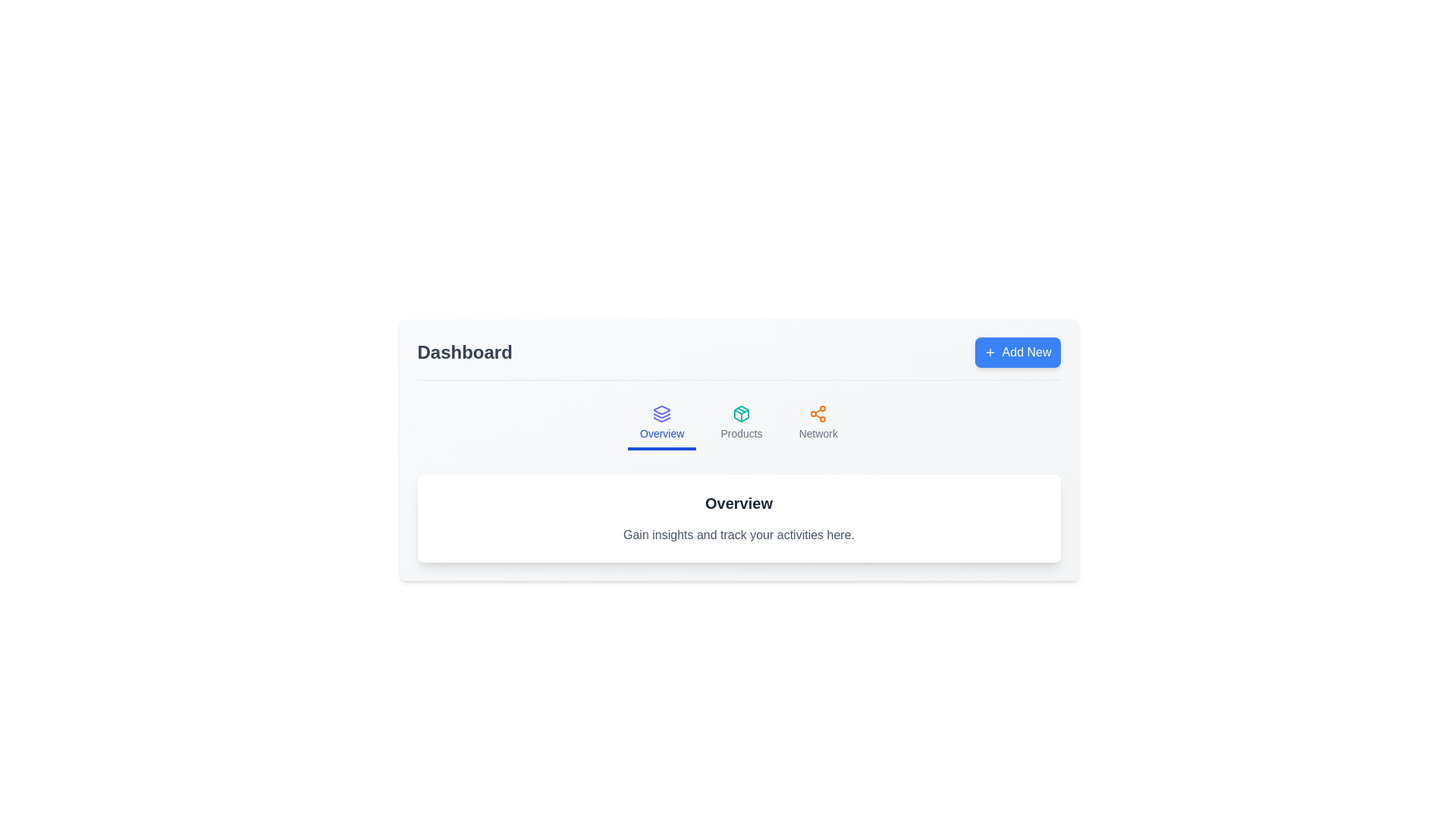 The width and height of the screenshot is (1456, 819). Describe the element at coordinates (662, 424) in the screenshot. I see `the Overview tab` at that location.